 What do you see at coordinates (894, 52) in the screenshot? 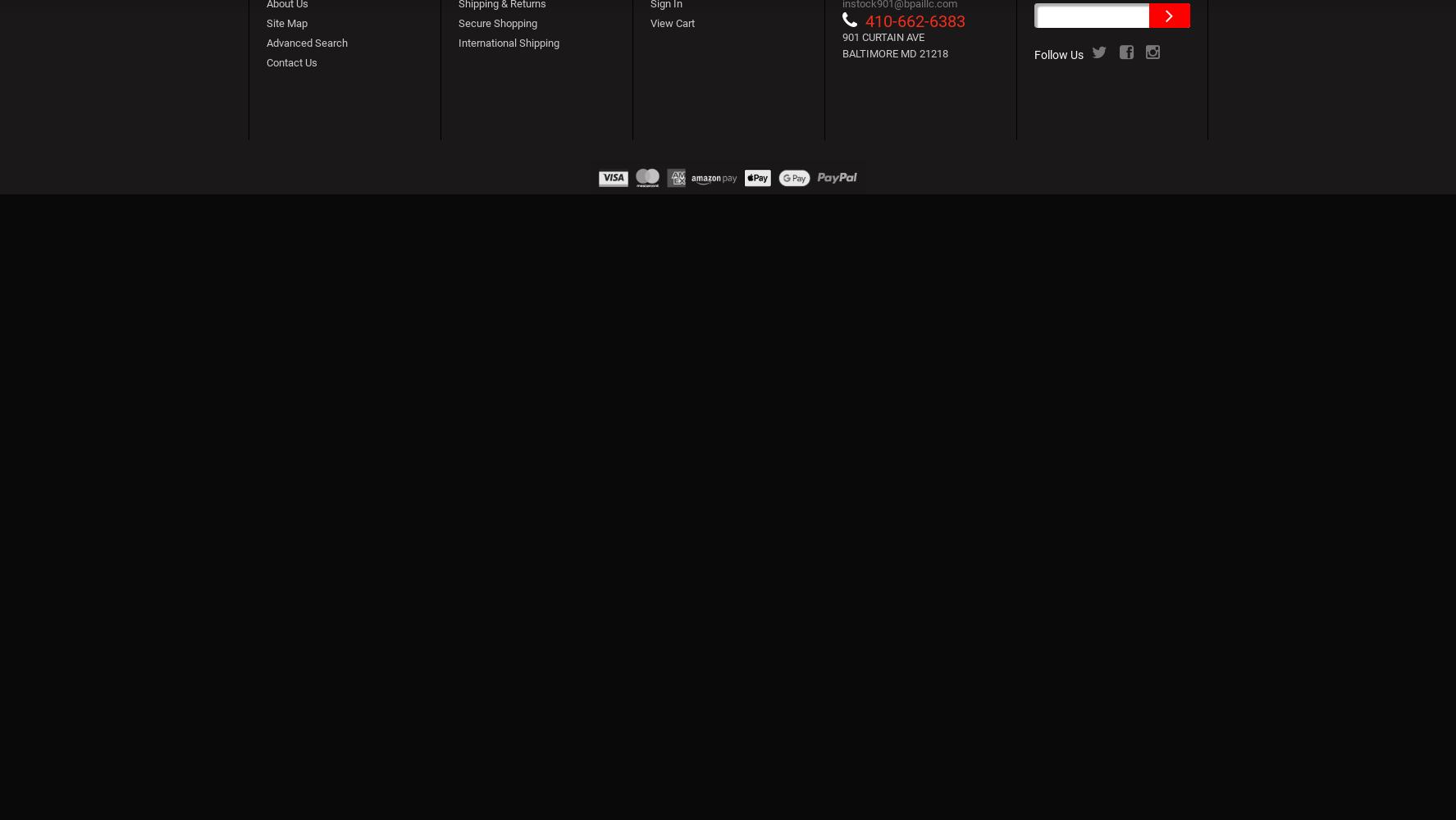
I see `'BALTIMORE MD 21218'` at bounding box center [894, 52].